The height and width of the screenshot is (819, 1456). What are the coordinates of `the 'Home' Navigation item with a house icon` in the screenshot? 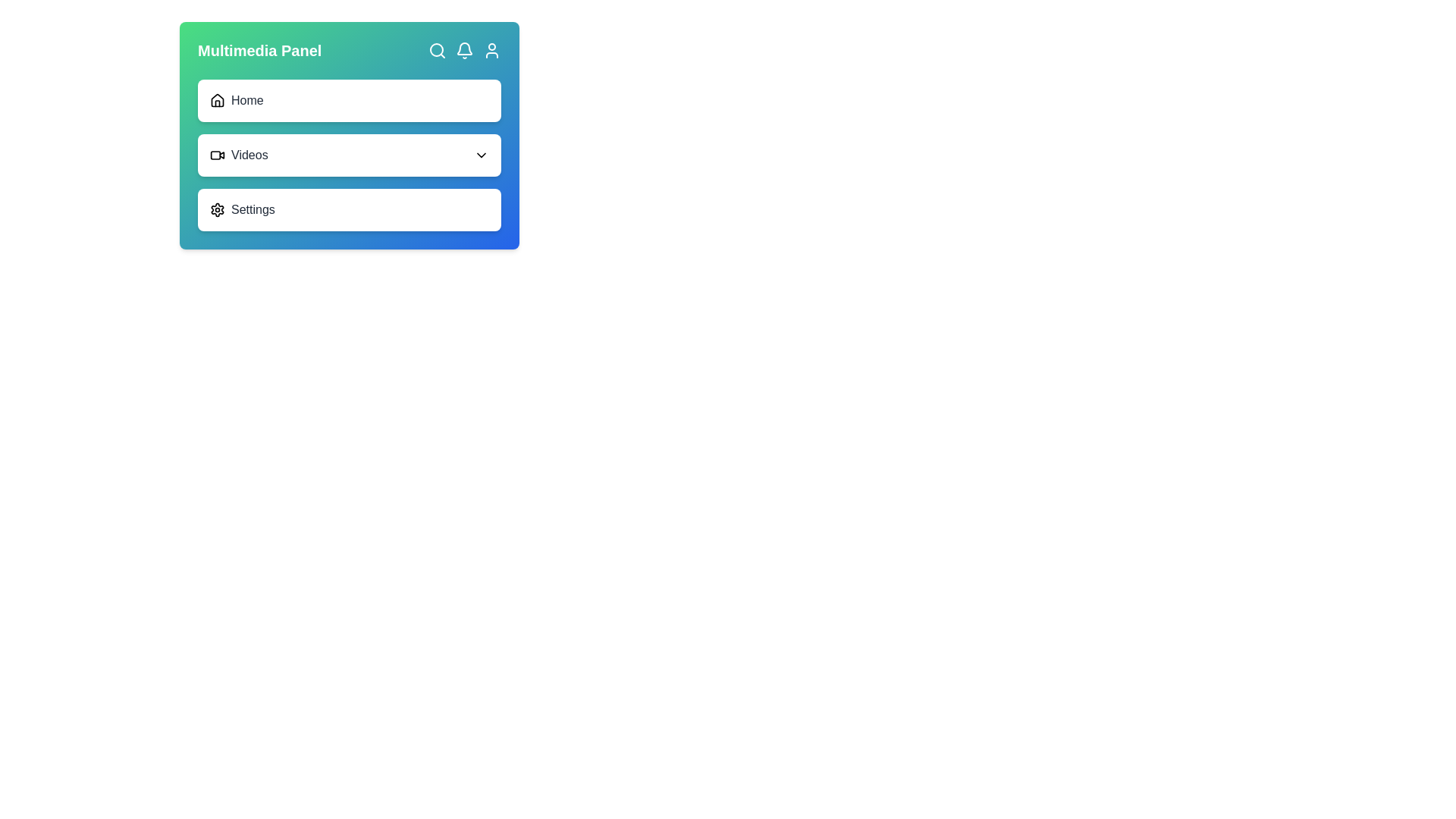 It's located at (236, 100).